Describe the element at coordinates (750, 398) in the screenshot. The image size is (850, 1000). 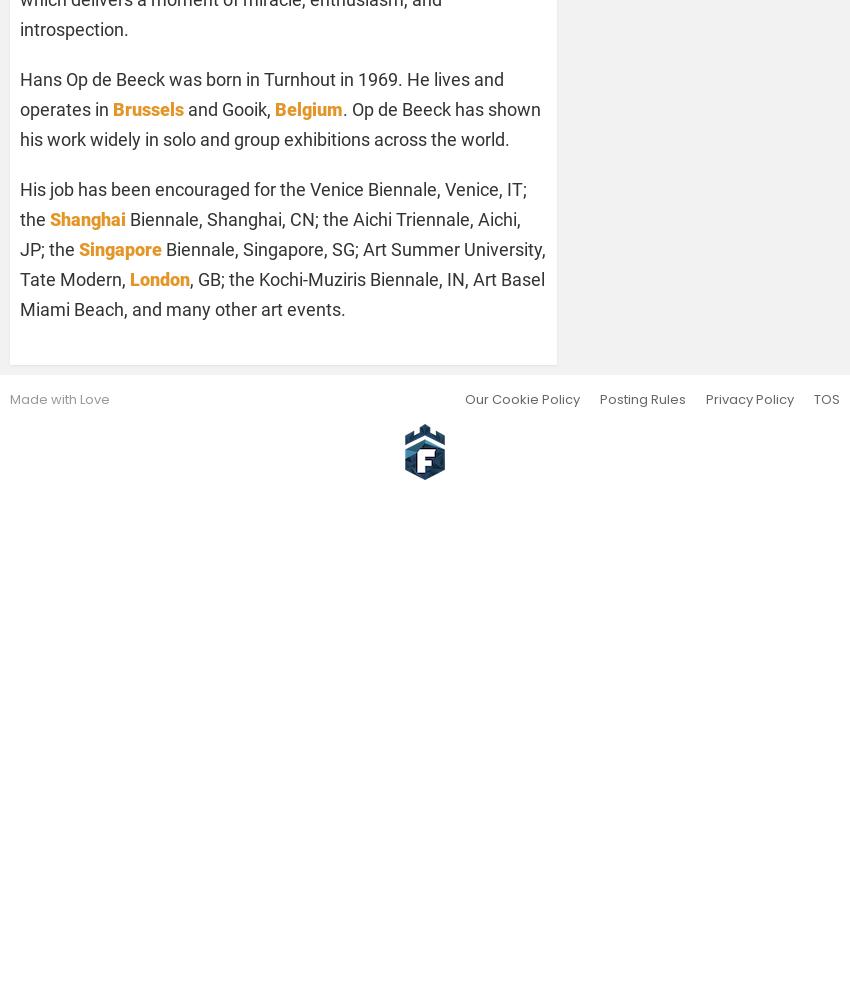
I see `'Privacy Policy'` at that location.